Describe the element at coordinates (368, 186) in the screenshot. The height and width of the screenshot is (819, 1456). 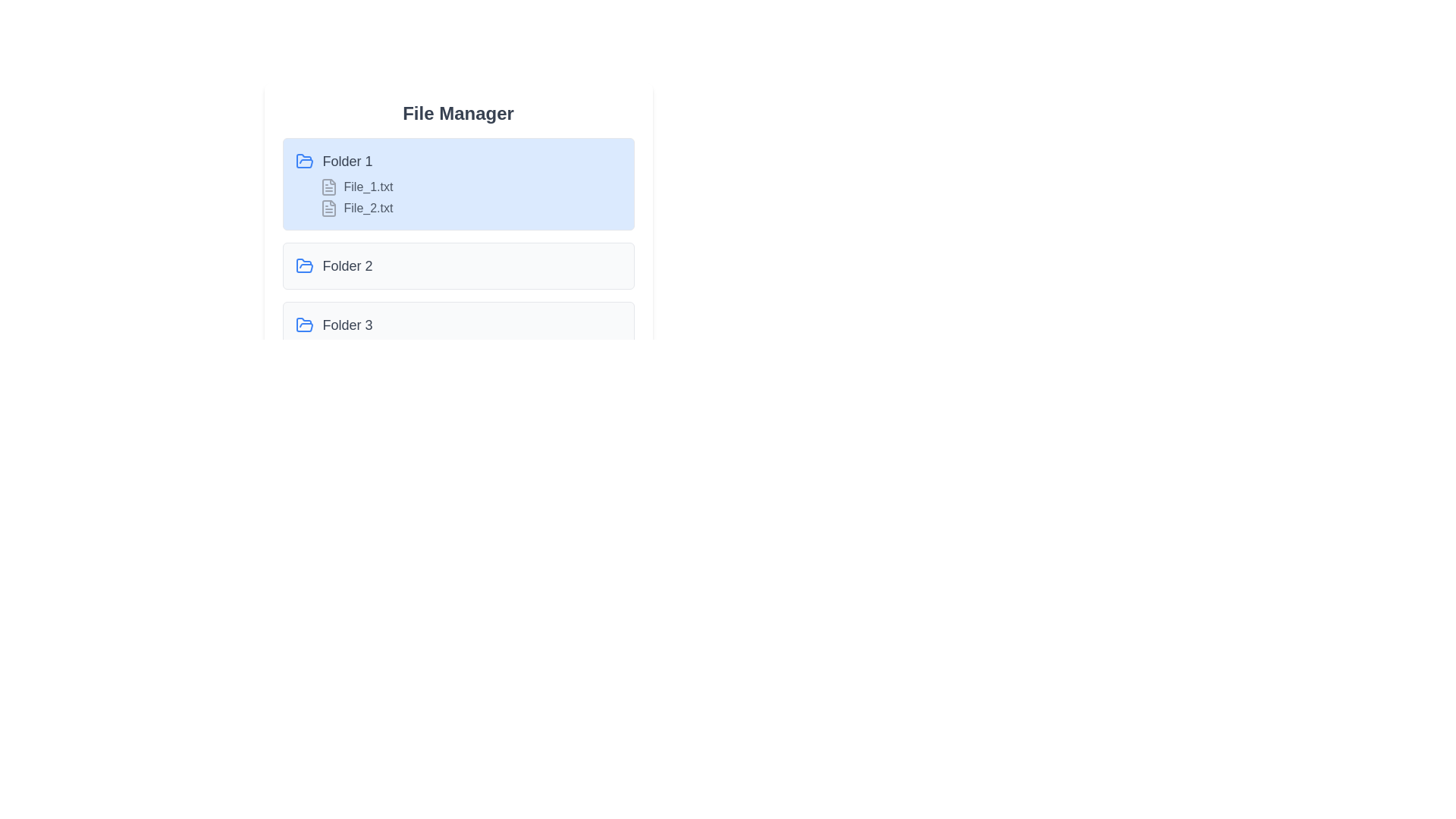
I see `the text label representing a file name located in 'Folder 1', positioned to the right of the file icon` at that location.